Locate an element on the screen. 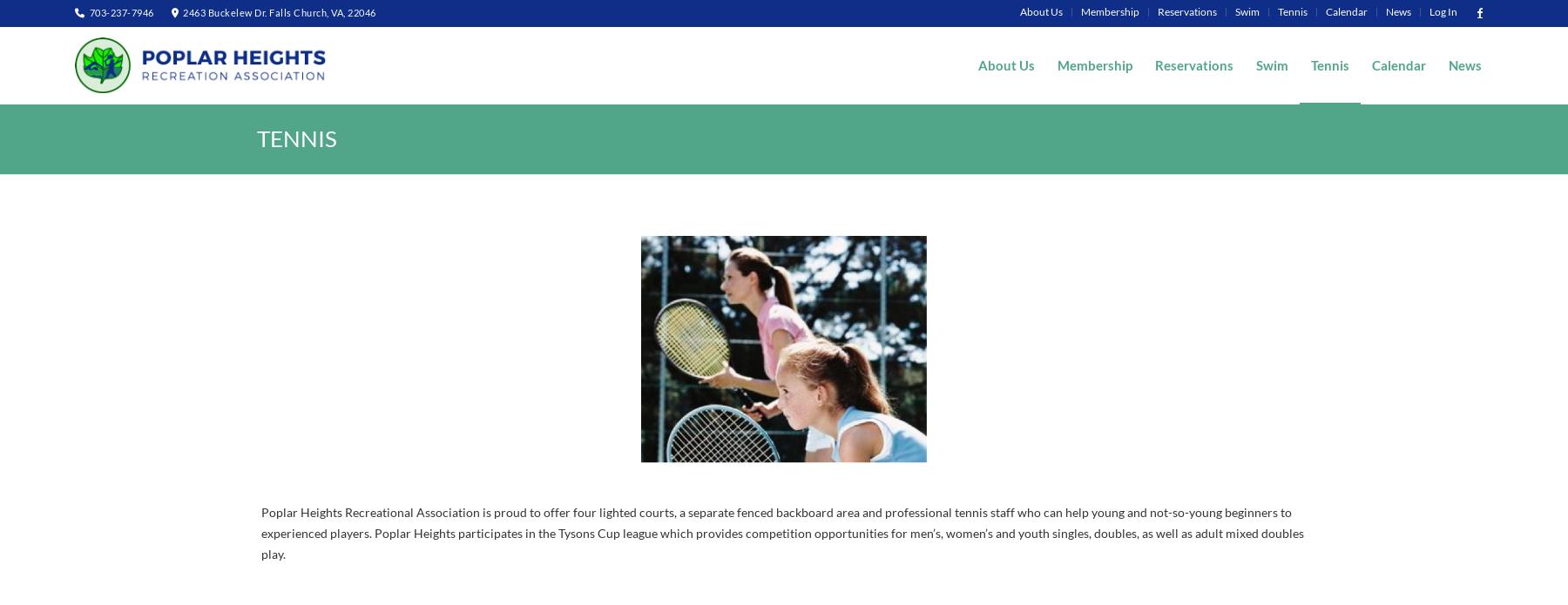  'Poplar Heights Recreational Association is proud to offer four lighted courts, a separate fenced backboard area and professional tennis staff who can help young and not-so-young beginners to experienced players. Poplar Heights participates in the Tysons Cup league which provides competition opportunities for men’s, women’s and youth singles, doubles, as well as adult mixed doubles play.' is located at coordinates (782, 533).